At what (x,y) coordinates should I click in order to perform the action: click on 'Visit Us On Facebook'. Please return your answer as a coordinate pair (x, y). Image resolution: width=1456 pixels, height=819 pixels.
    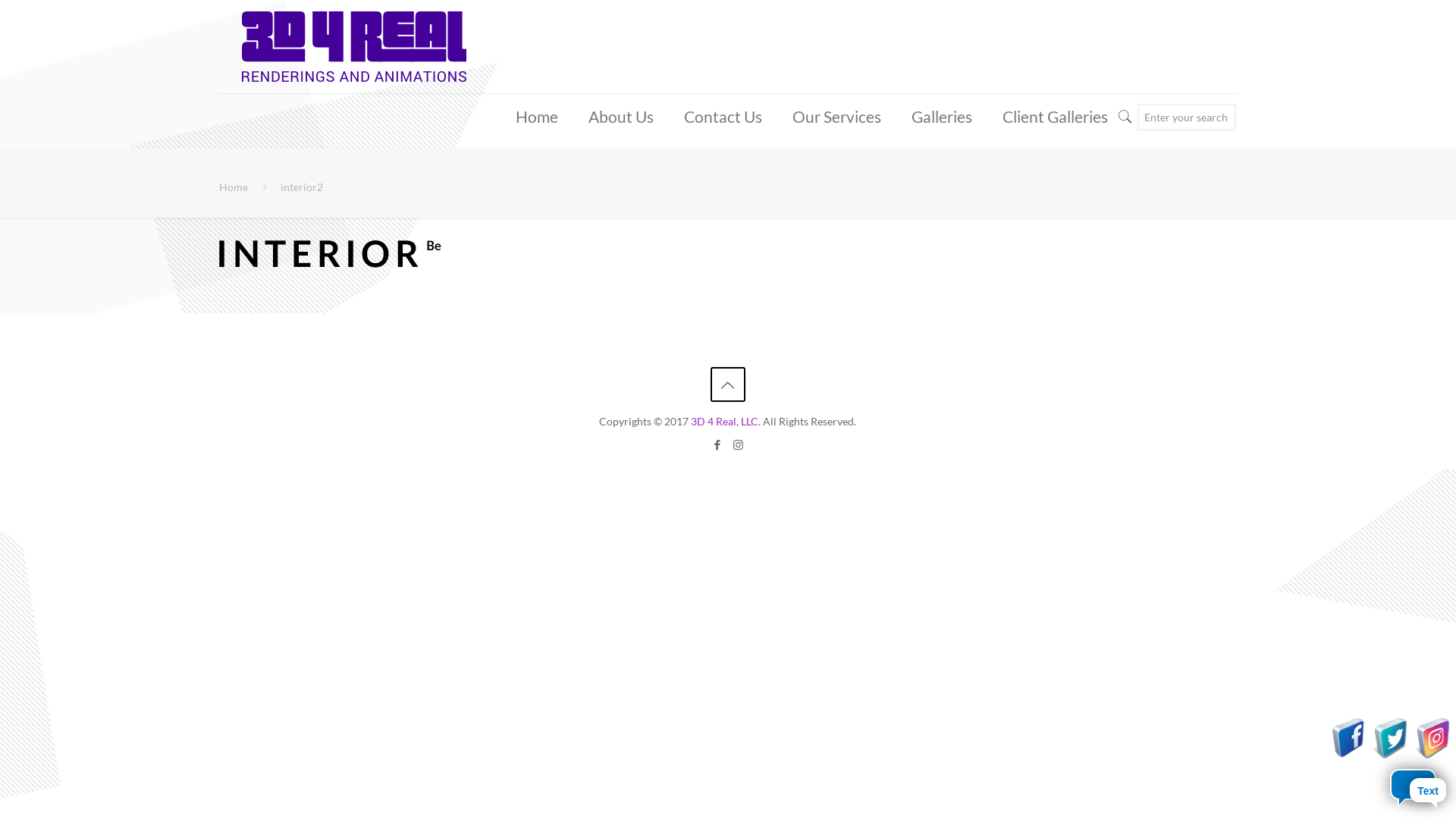
    Looking at the image, I should click on (1348, 754).